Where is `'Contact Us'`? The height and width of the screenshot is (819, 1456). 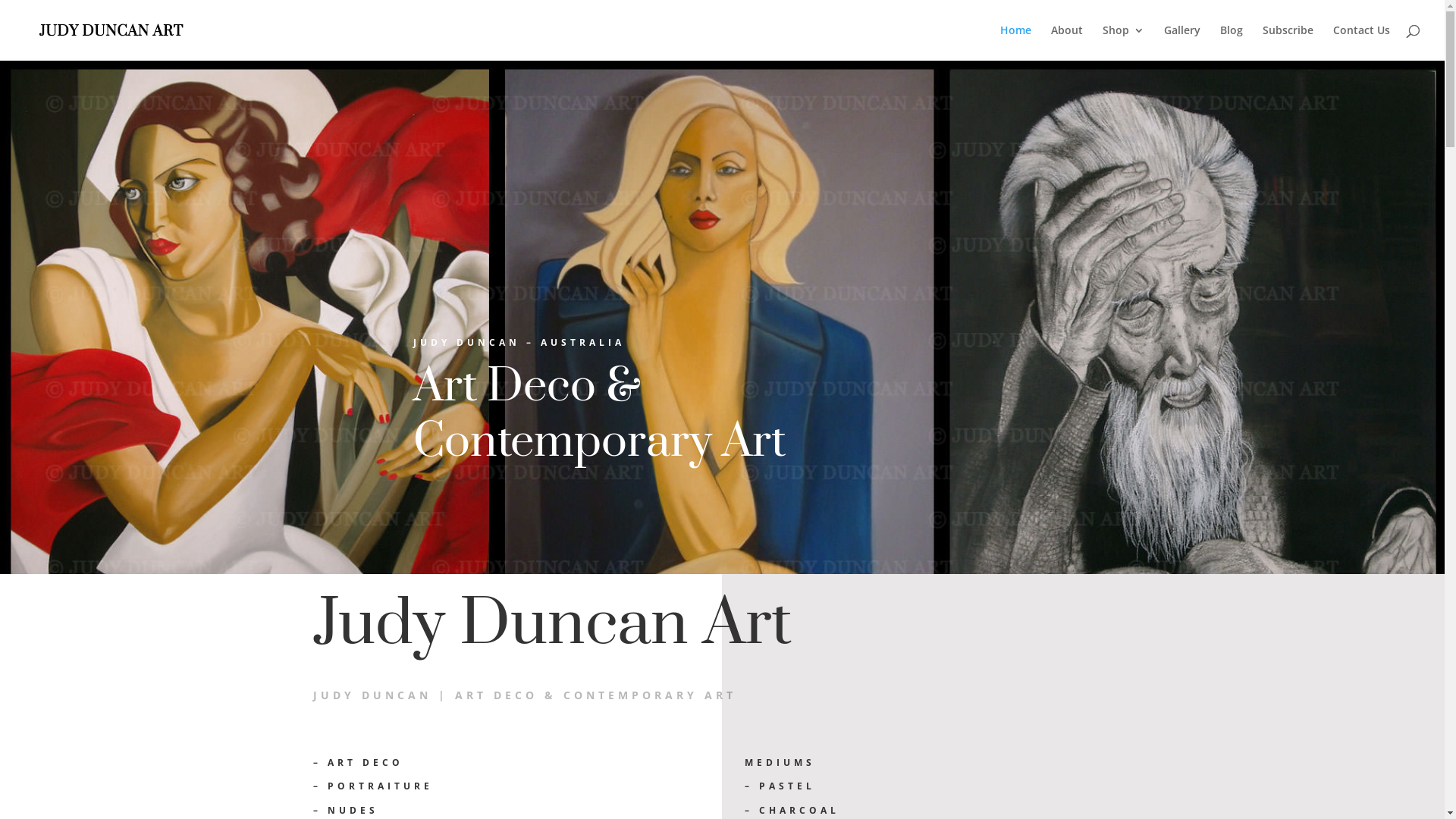
'Contact Us' is located at coordinates (1361, 42).